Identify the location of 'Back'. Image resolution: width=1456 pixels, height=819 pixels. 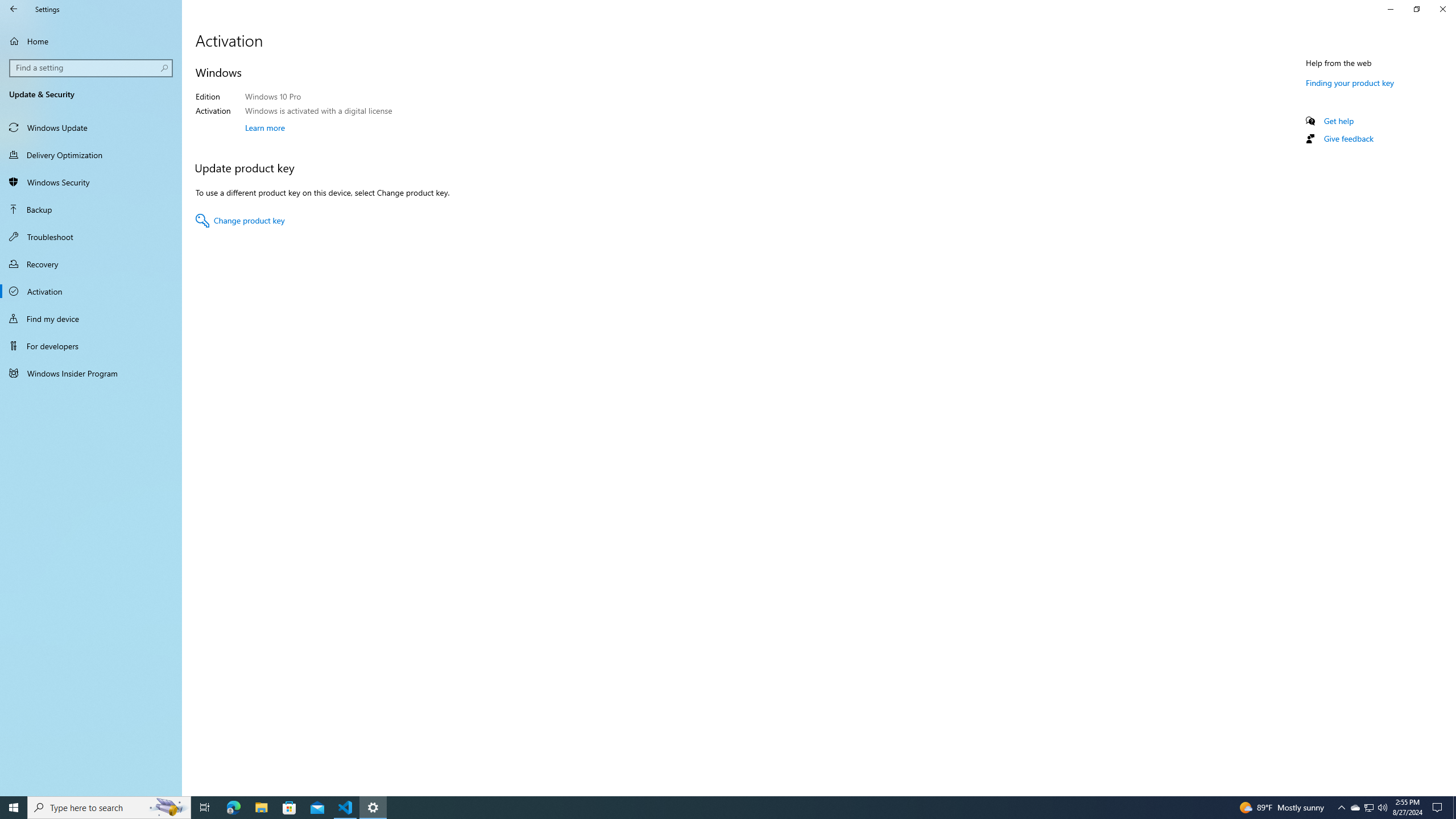
(14, 9).